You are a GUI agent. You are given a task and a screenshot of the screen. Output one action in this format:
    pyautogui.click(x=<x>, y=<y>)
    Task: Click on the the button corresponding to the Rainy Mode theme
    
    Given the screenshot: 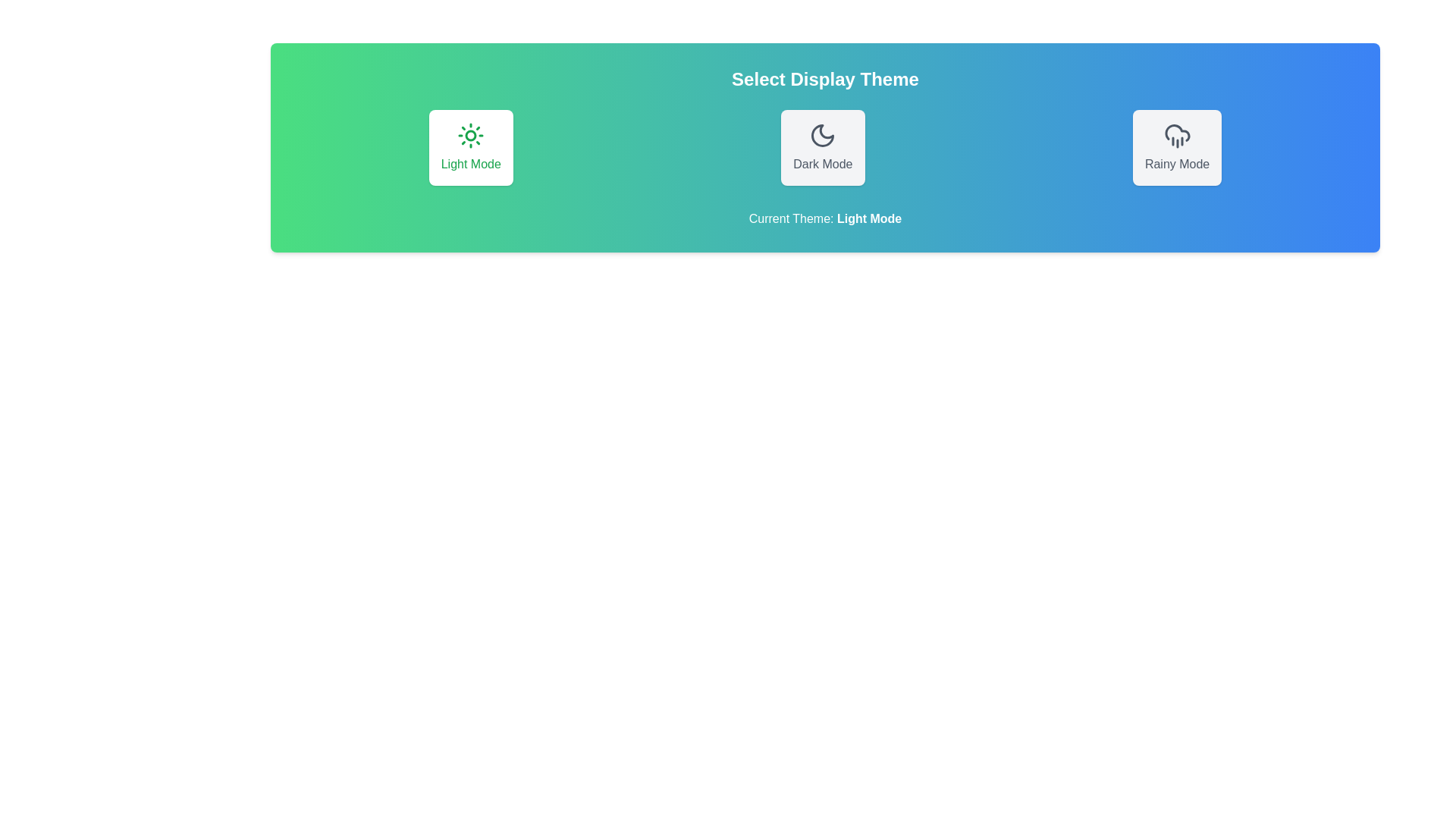 What is the action you would take?
    pyautogui.click(x=1177, y=148)
    